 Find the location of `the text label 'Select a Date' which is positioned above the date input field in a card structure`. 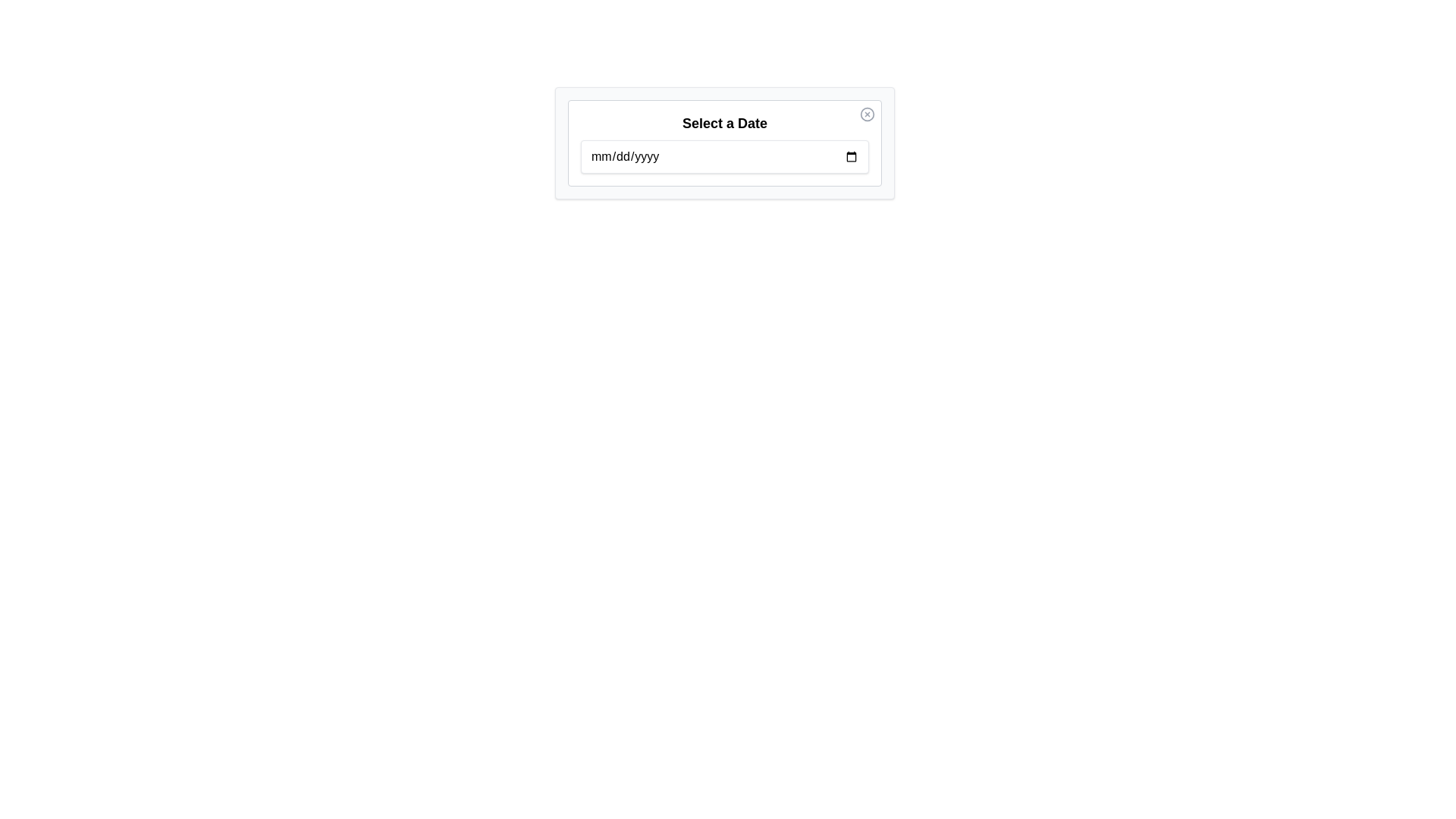

the text label 'Select a Date' which is positioned above the date input field in a card structure is located at coordinates (723, 122).